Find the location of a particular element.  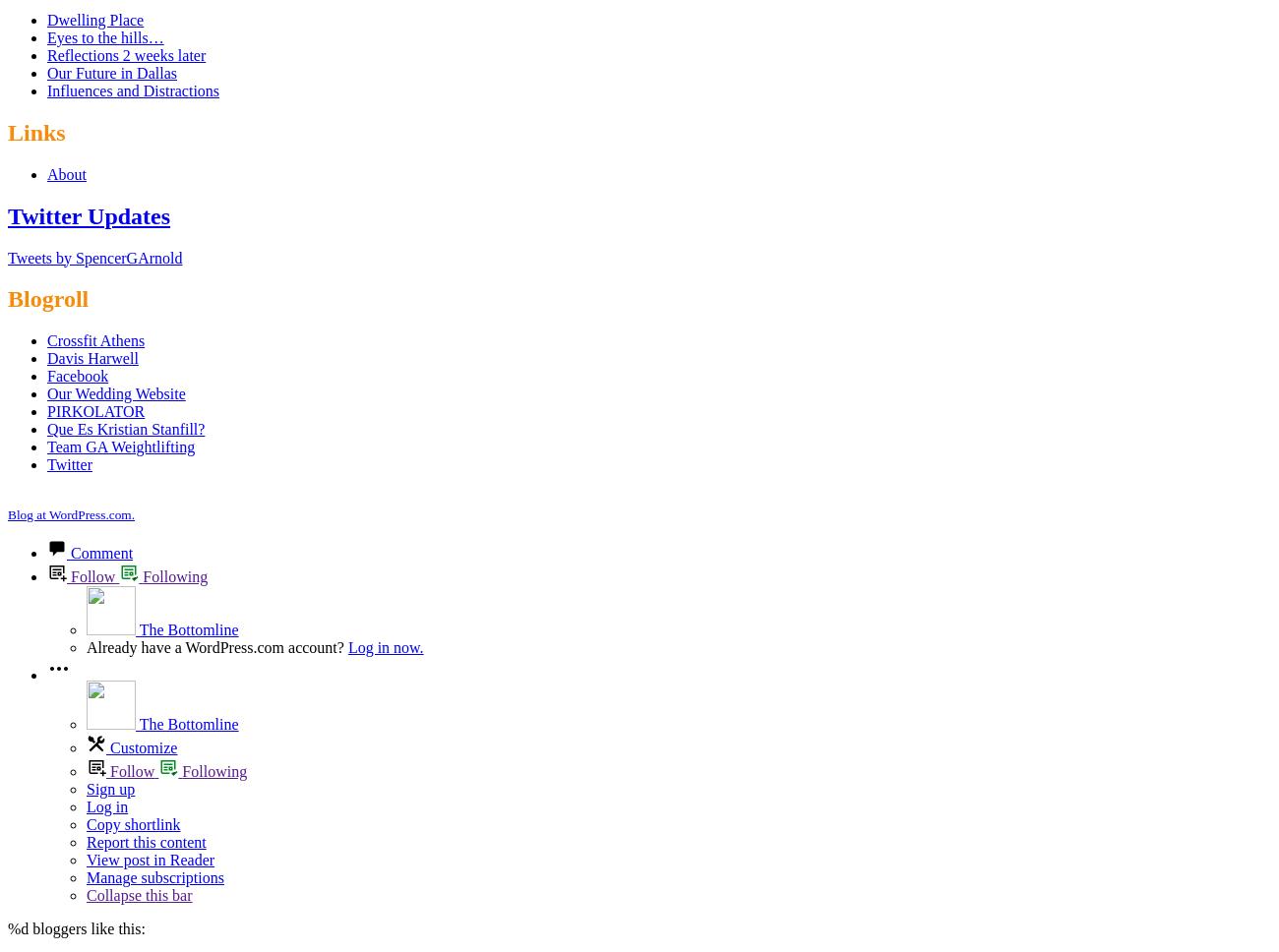

'Already have a WordPress.com account?' is located at coordinates (215, 647).